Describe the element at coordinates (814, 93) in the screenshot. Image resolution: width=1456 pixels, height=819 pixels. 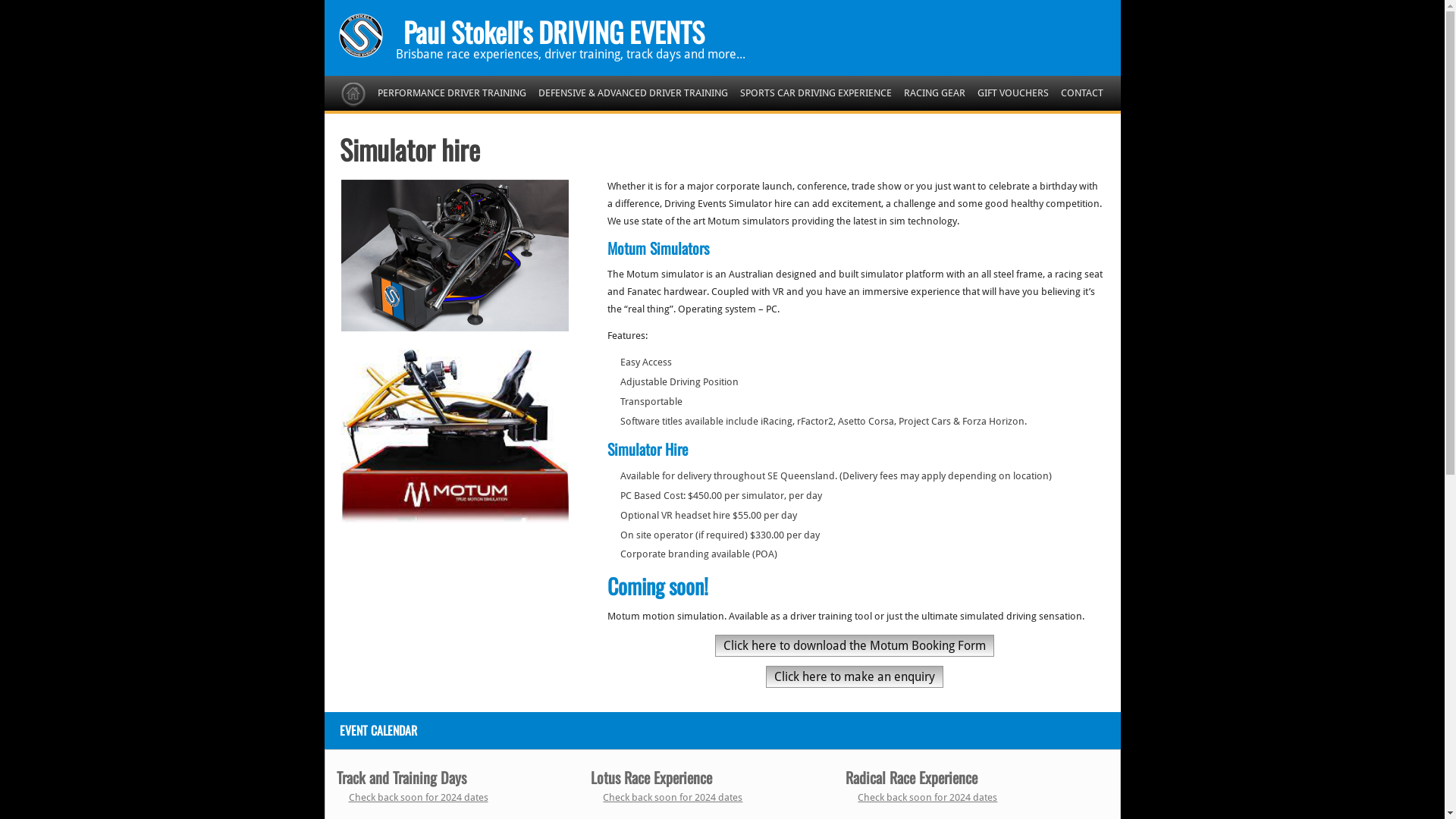
I see `'SPORTS CAR DRIVING EXPERIENCE'` at that location.